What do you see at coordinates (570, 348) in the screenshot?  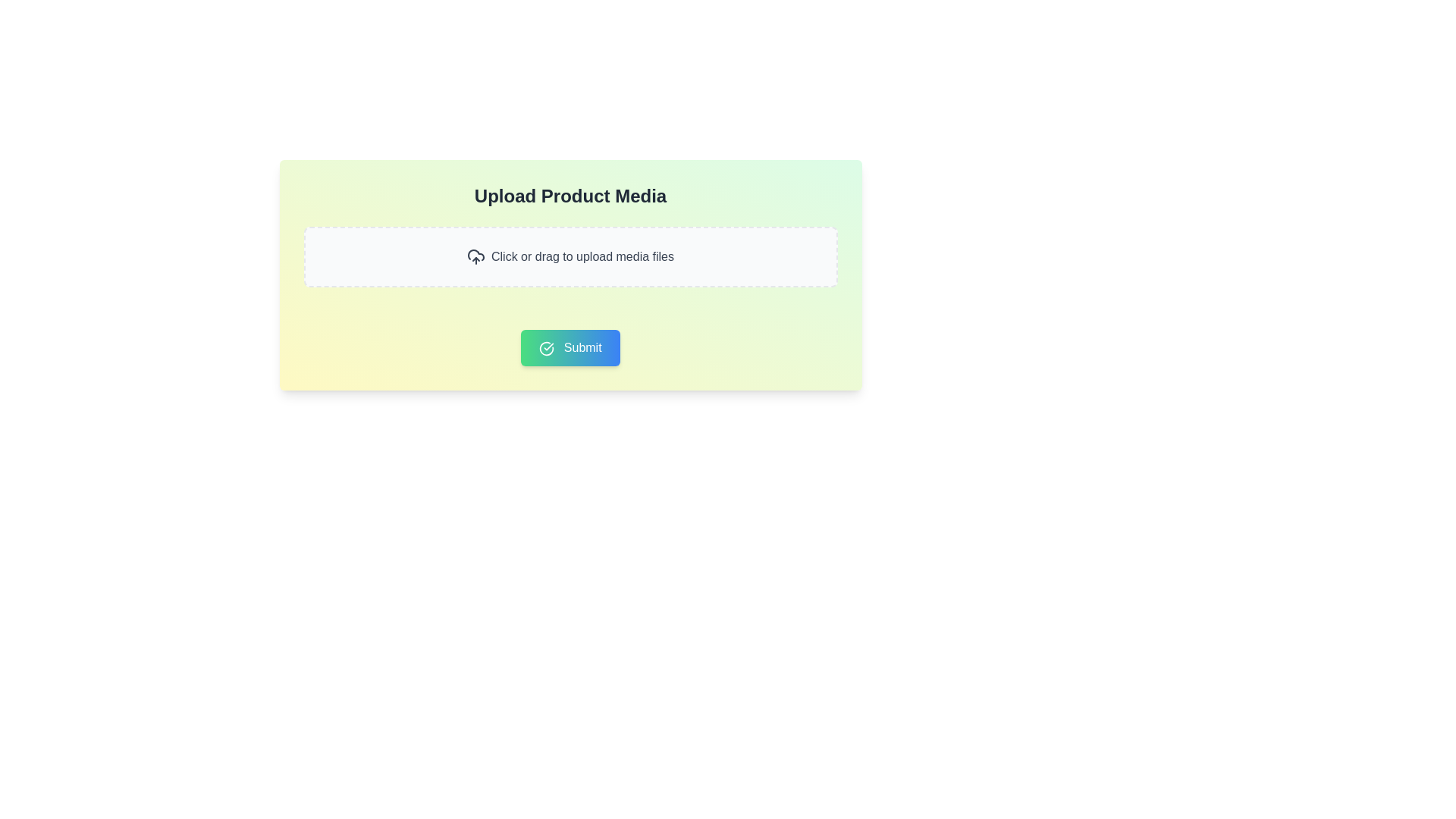 I see `the rectangular button labeled 'Submit' with a gradient background transitioning from green to blue, which contains a white checkmark icon and is centrally aligned beneath the 'Upload Product Media' text box` at bounding box center [570, 348].